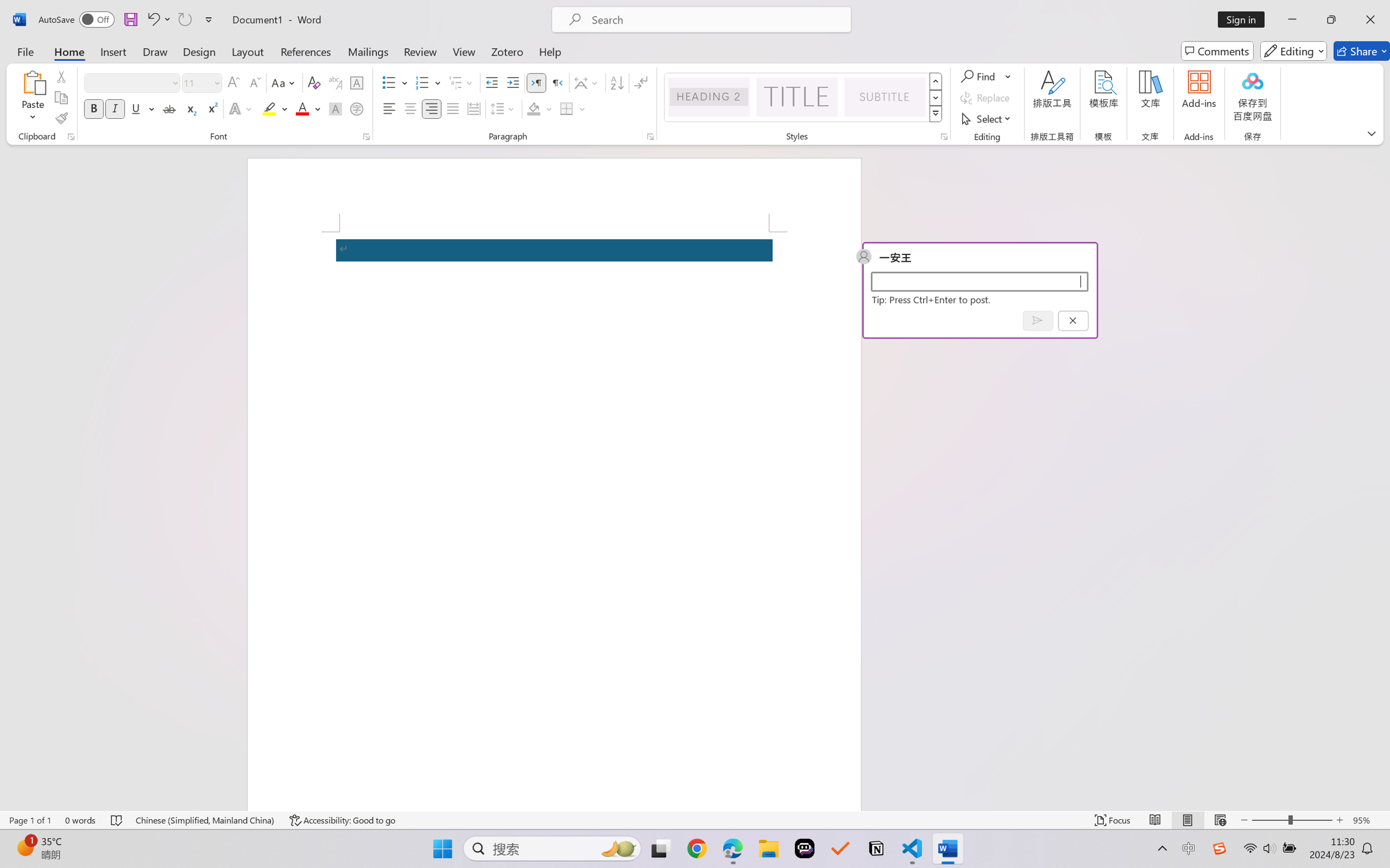  Describe the element at coordinates (204, 820) in the screenshot. I see `'Language Chinese (Simplified, Mainland China)'` at that location.